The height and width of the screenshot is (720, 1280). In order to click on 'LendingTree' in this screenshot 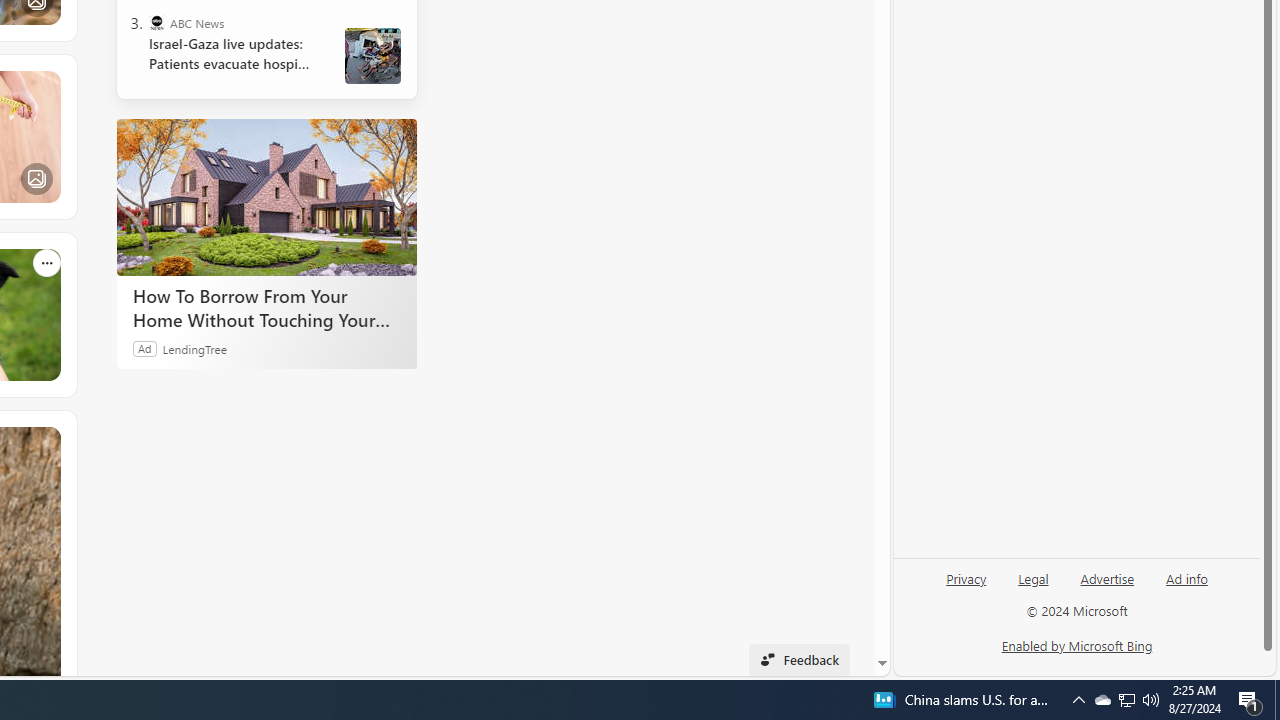, I will do `click(195, 347)`.